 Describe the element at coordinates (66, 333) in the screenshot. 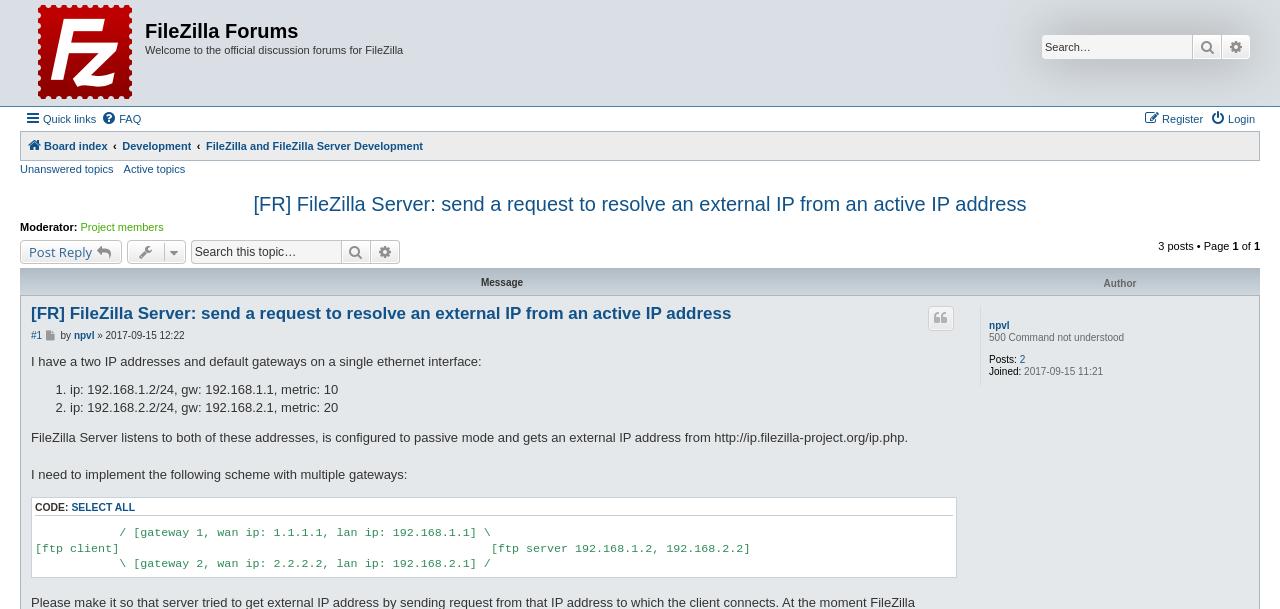

I see `'by'` at that location.